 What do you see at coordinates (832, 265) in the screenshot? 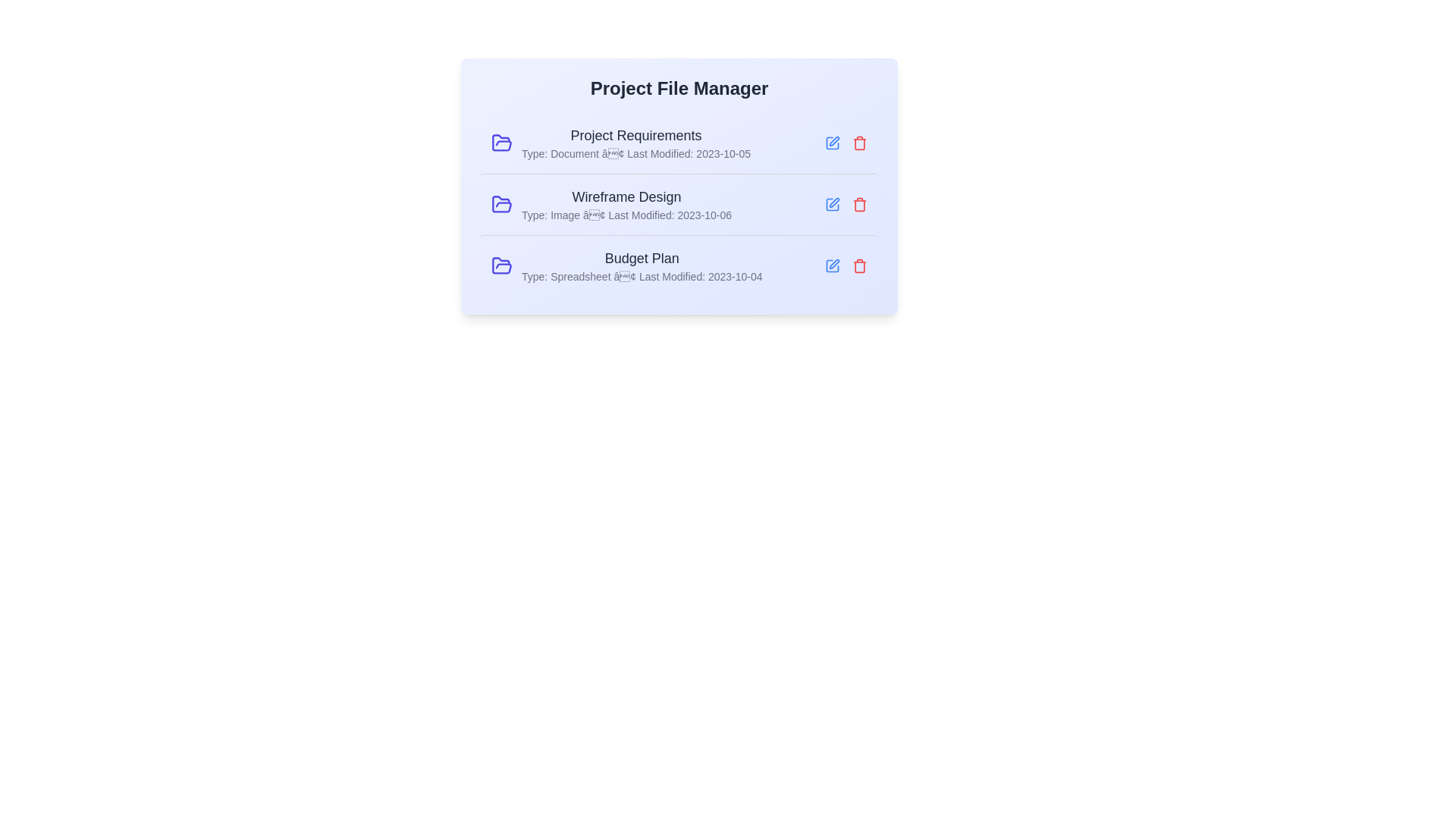
I see `the Edit button for the file Budget Plan` at bounding box center [832, 265].